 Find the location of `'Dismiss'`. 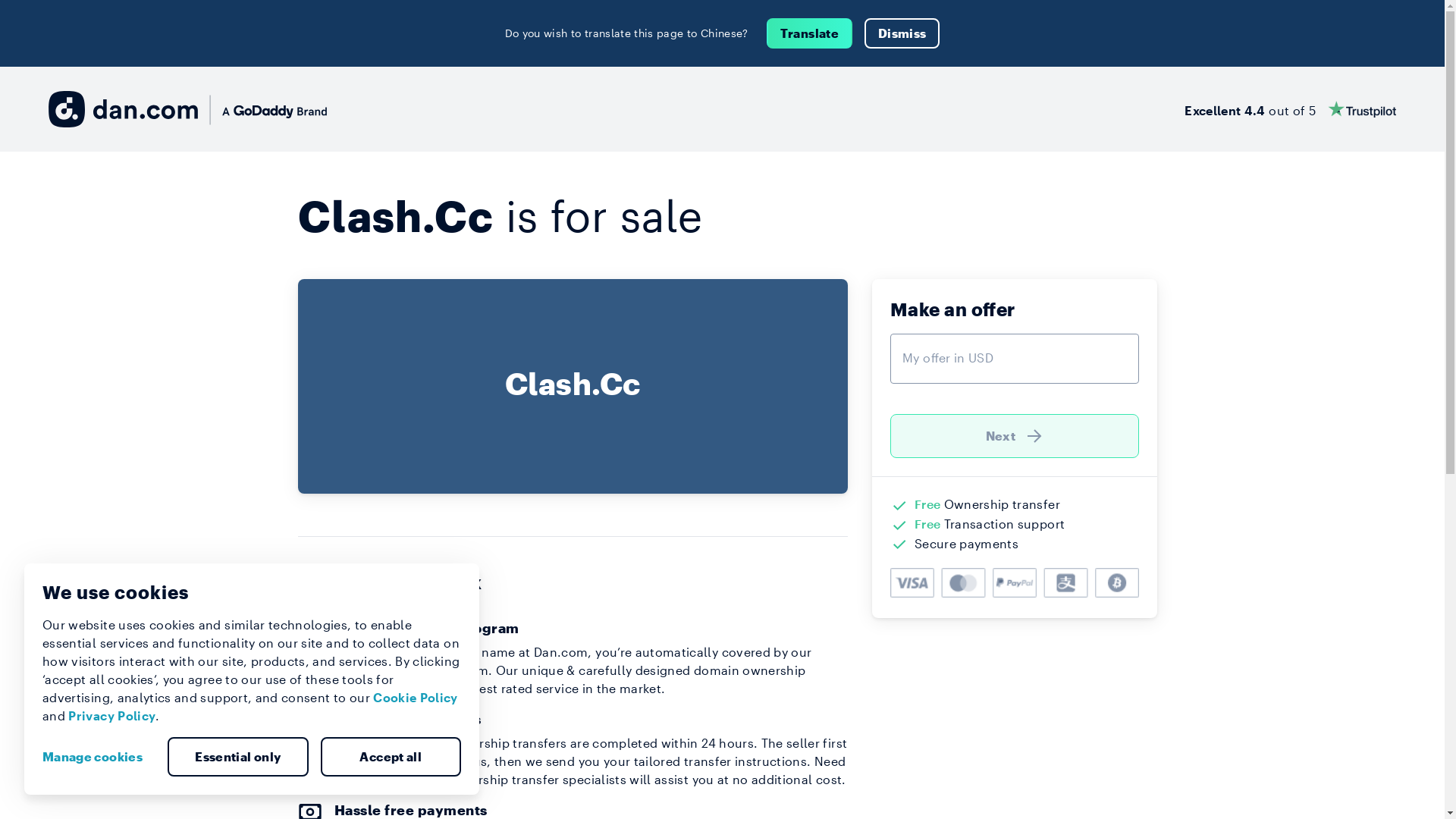

'Dismiss' is located at coordinates (902, 33).